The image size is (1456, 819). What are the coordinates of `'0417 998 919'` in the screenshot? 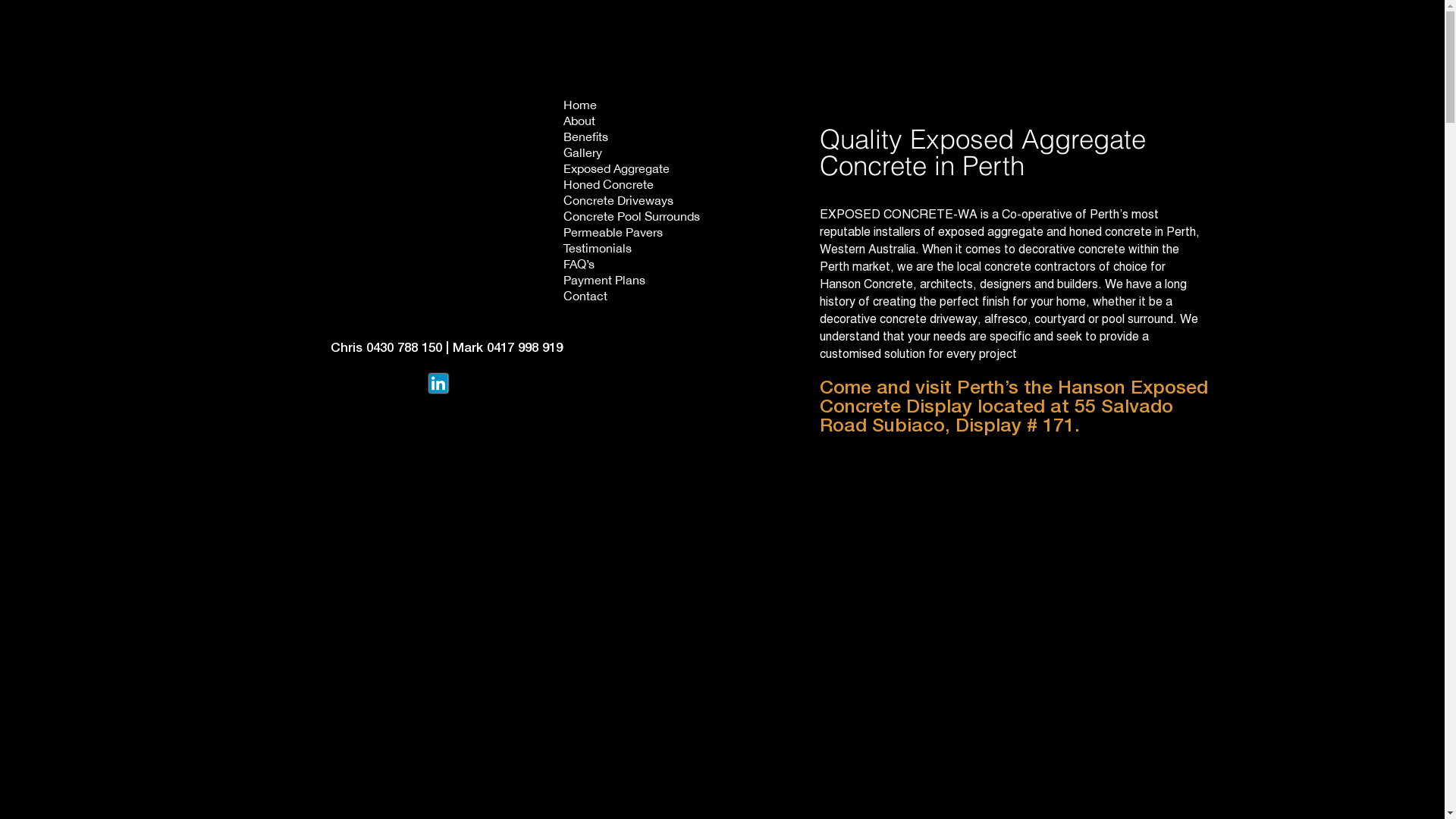 It's located at (524, 348).